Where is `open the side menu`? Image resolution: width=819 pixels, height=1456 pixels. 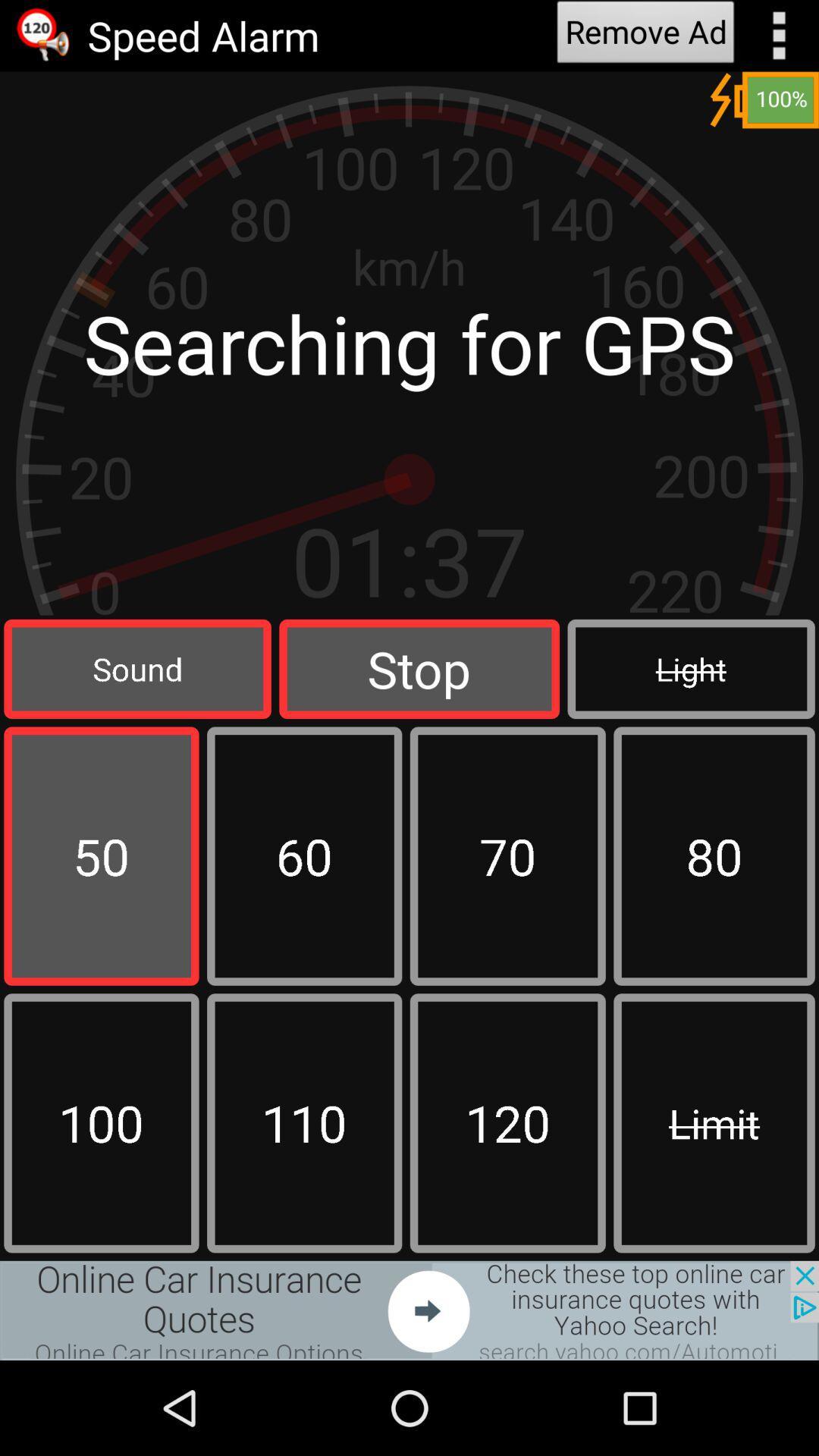
open the side menu is located at coordinates (779, 36).